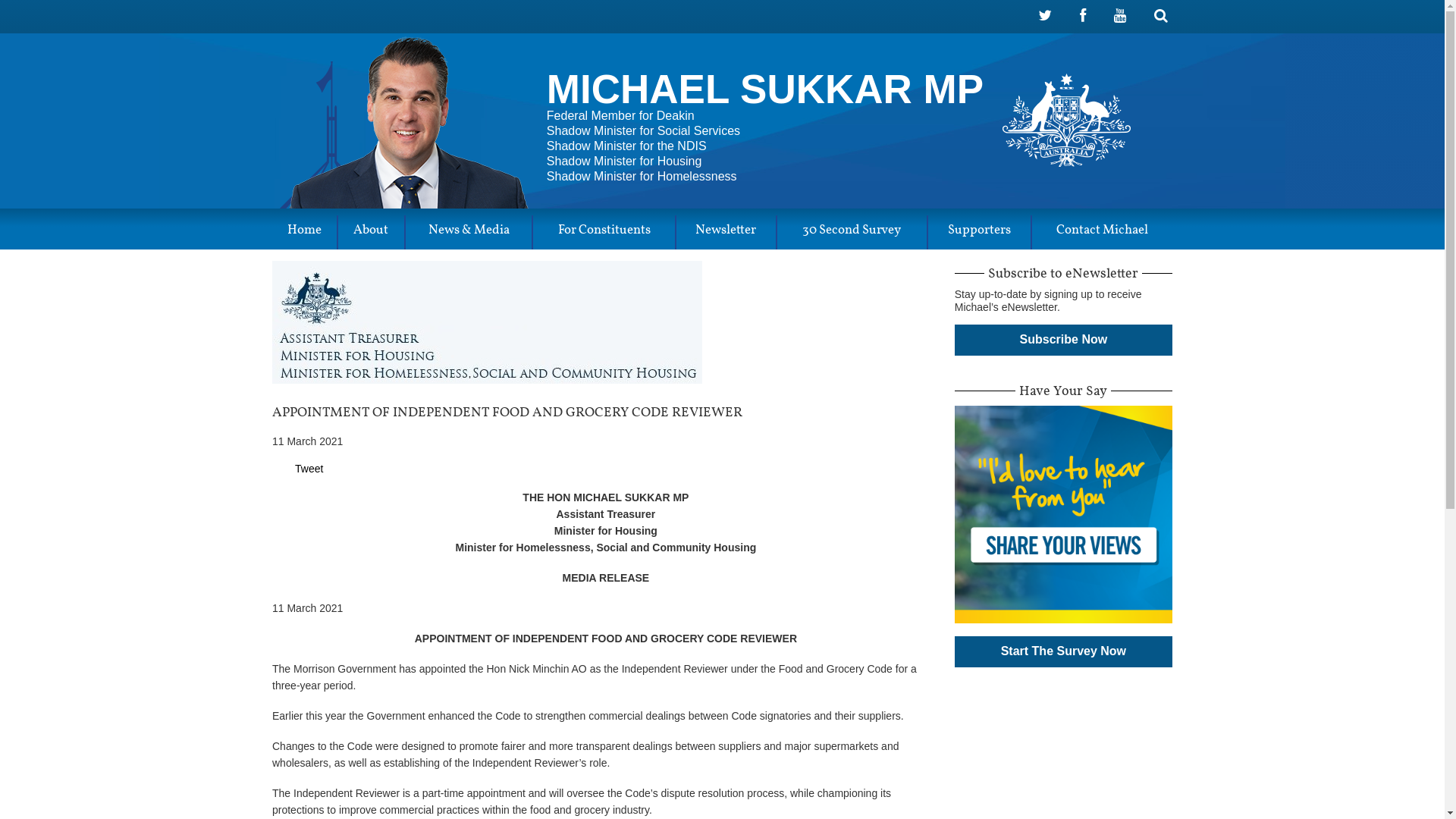 The image size is (1456, 819). I want to click on 'Newsletter', so click(725, 232).